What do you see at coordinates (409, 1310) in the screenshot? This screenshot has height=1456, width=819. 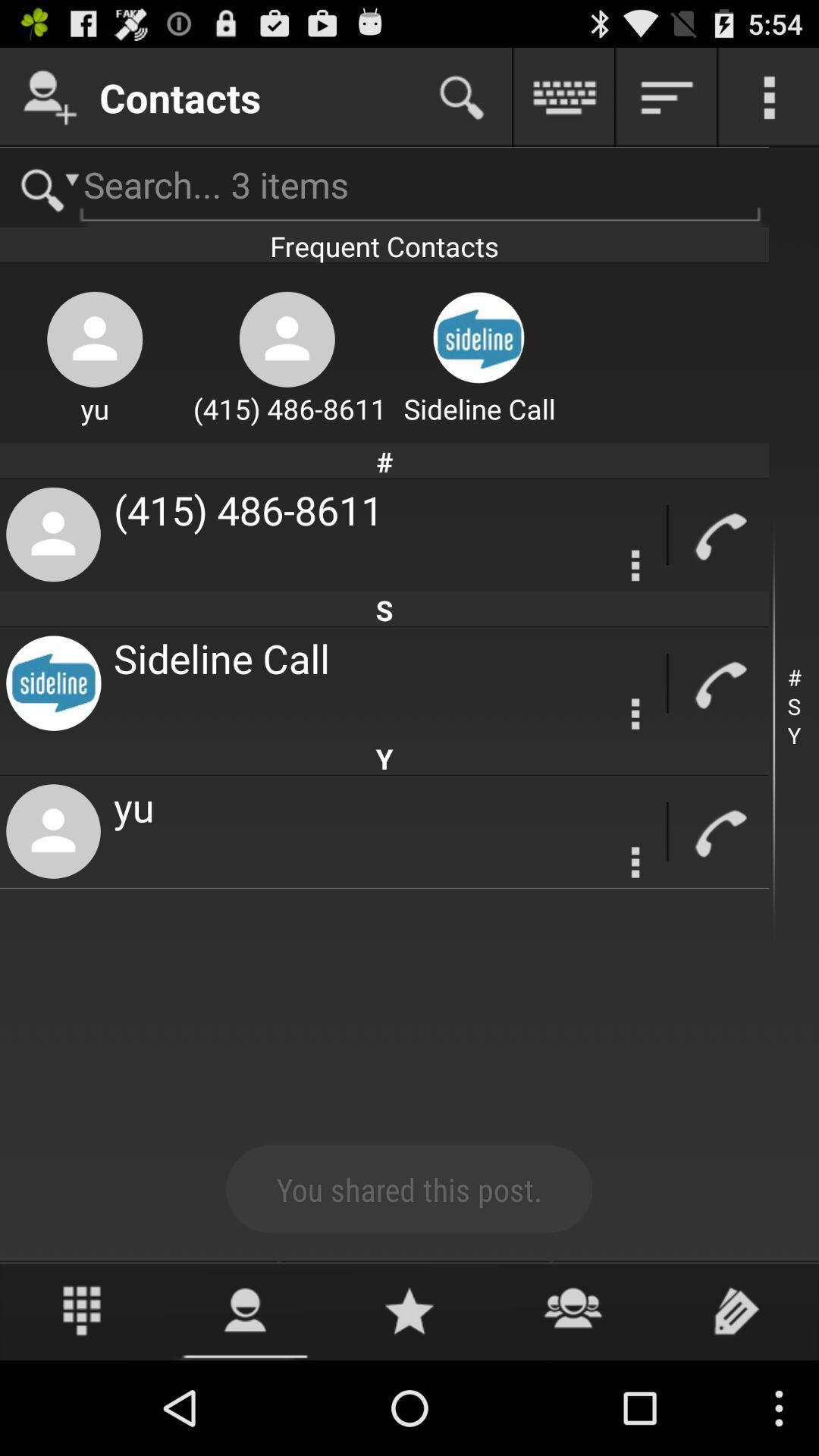 I see `open favourites tab` at bounding box center [409, 1310].